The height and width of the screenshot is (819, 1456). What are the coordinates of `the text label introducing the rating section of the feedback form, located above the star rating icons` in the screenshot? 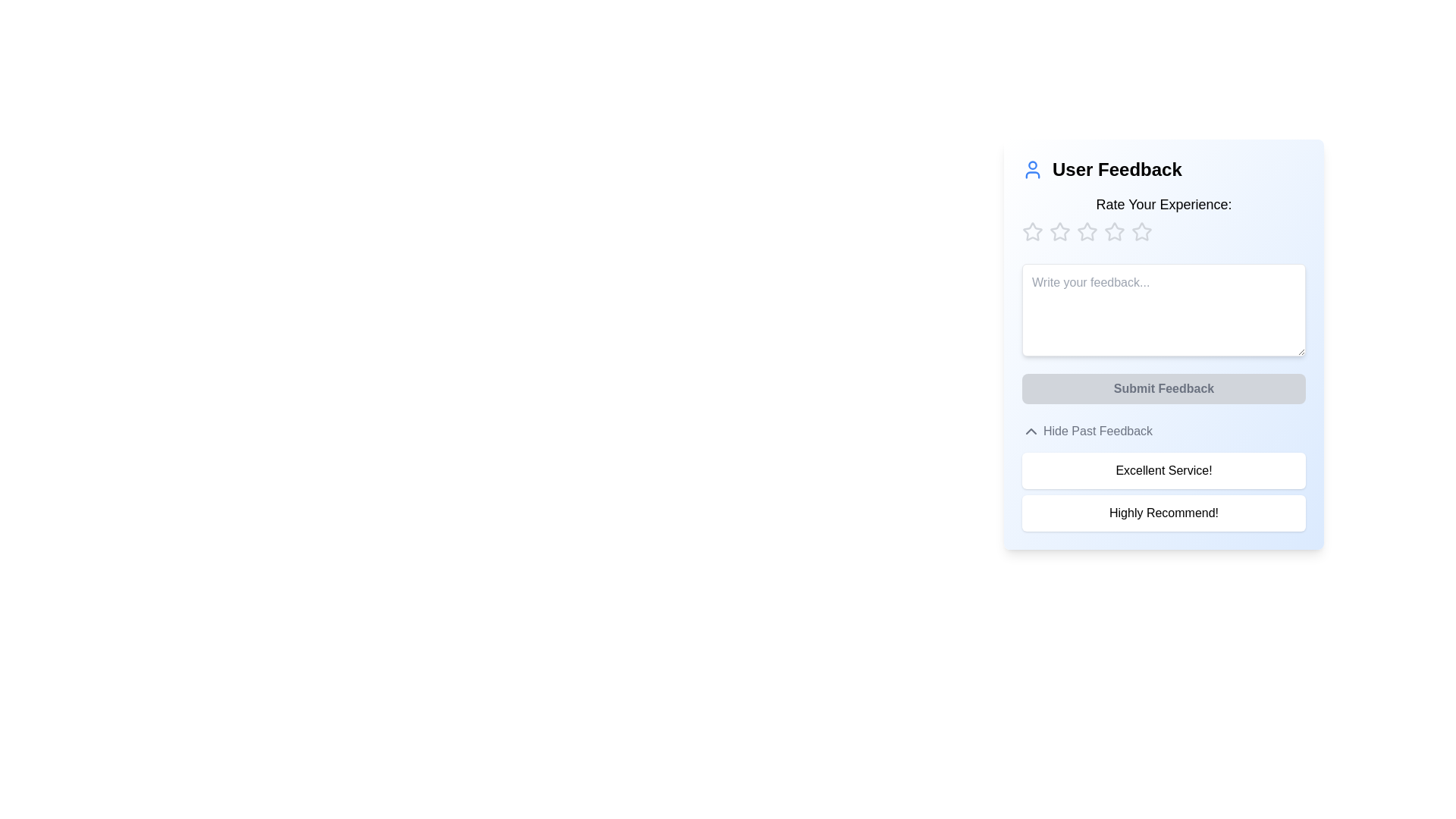 It's located at (1163, 205).